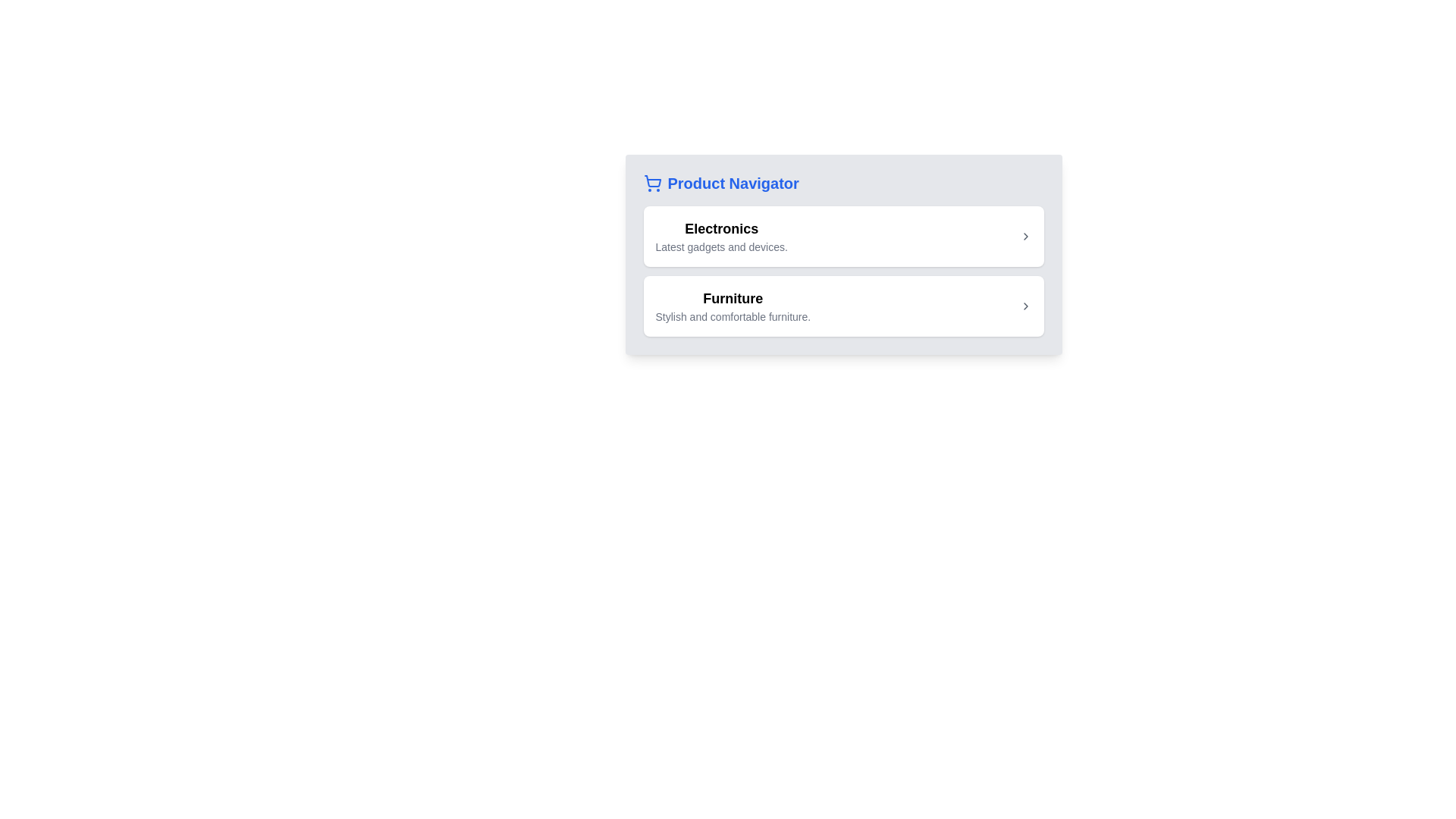 The image size is (1456, 819). Describe the element at coordinates (1025, 306) in the screenshot. I see `the rightward chevron icon in gray located at the end of the 'Furniture' card` at that location.